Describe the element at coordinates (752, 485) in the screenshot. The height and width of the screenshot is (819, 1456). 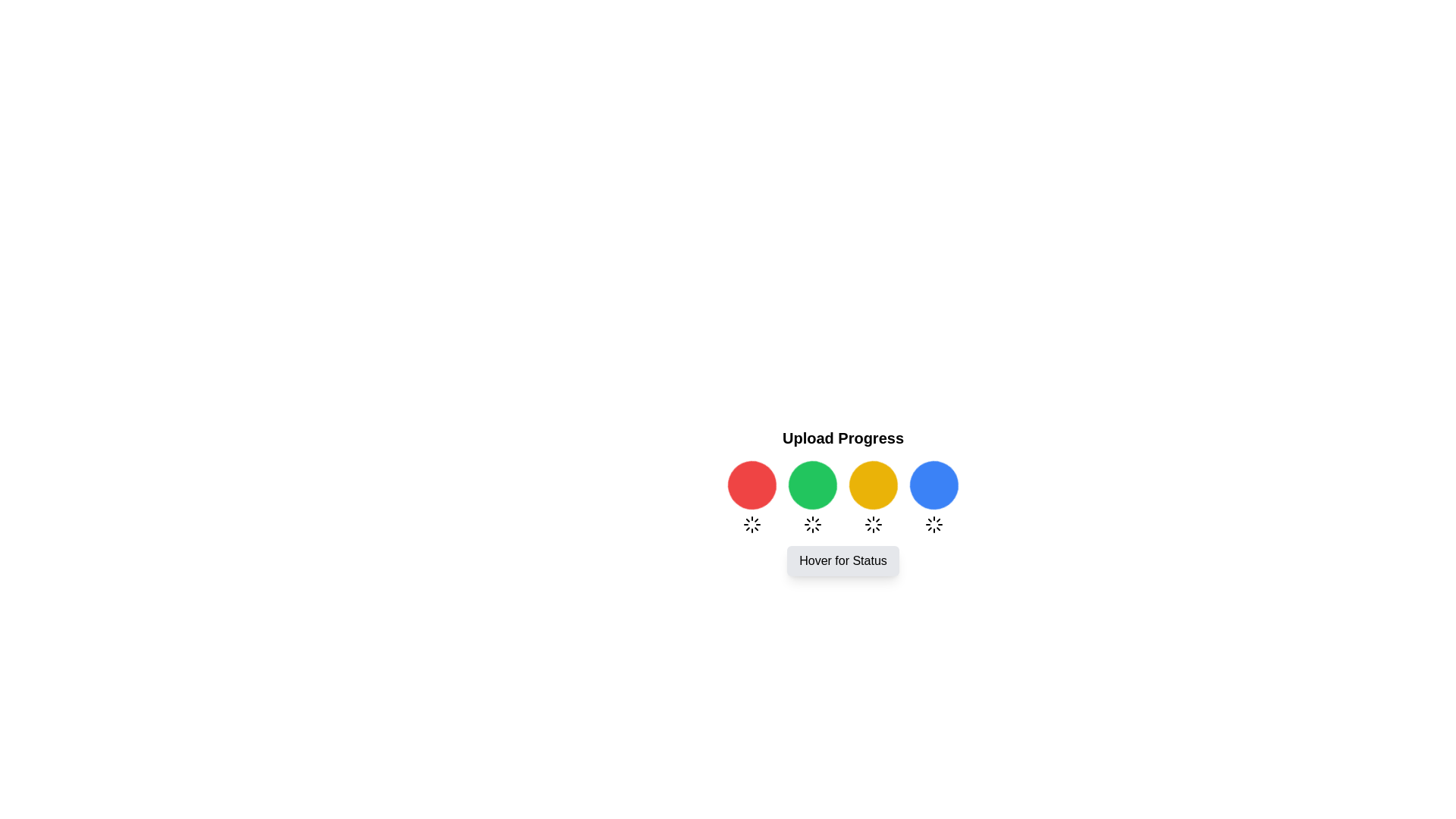
I see `the first colored circle in the 'Upload Progress' section, which serves as a status indicator` at that location.